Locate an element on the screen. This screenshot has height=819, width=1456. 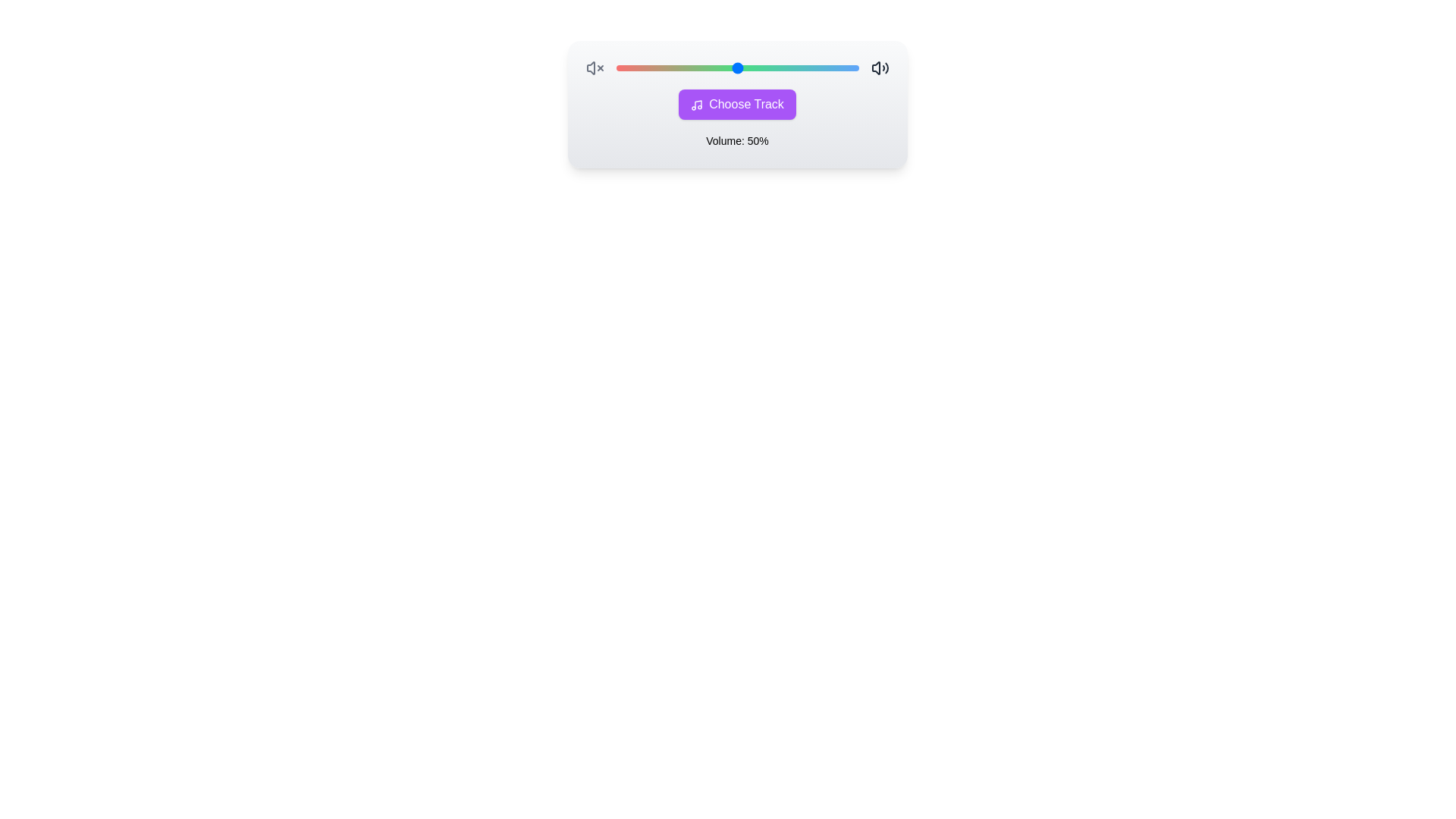
the volume slider to set the volume to 54% is located at coordinates (616, 67).